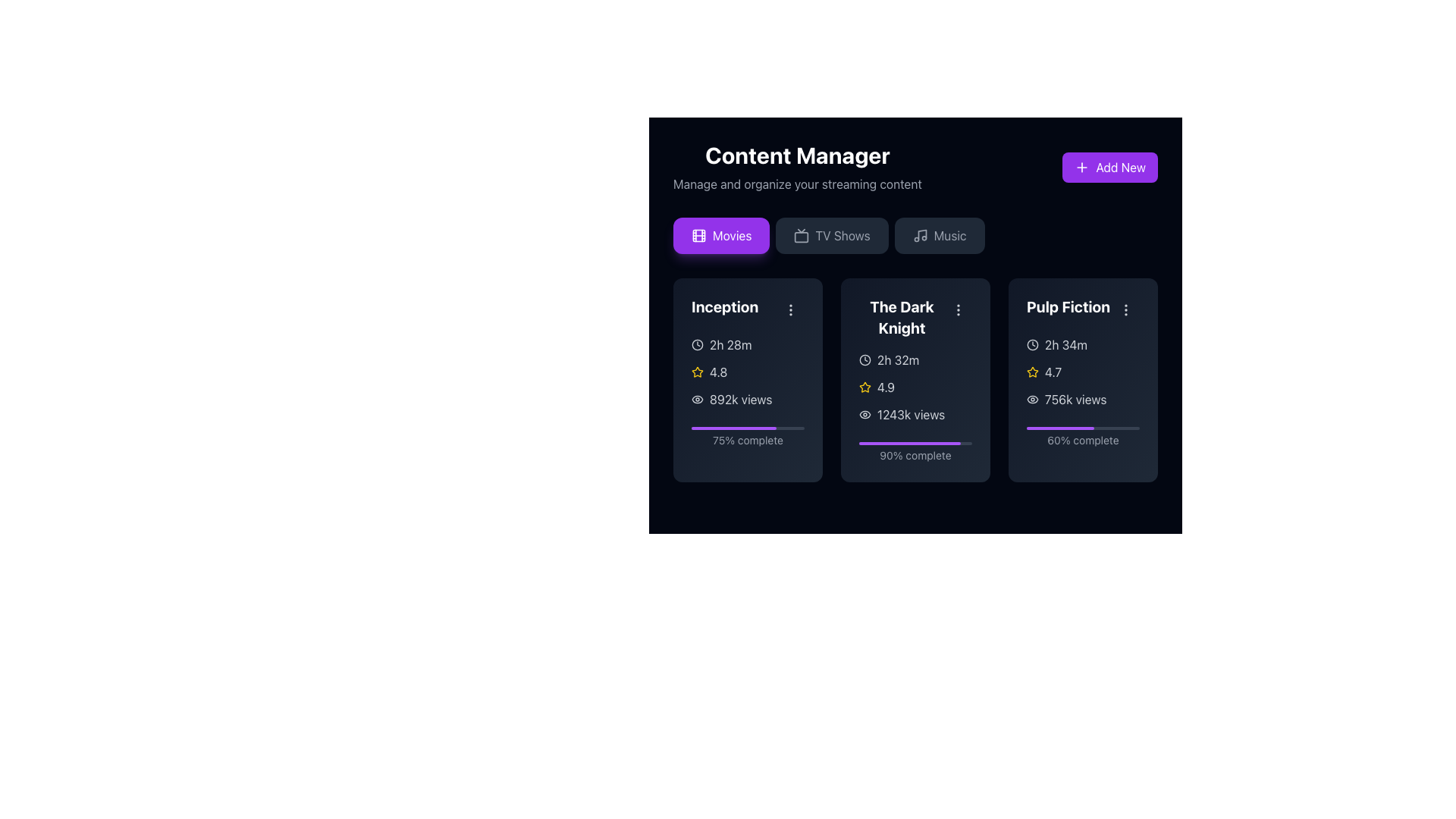 This screenshot has height=819, width=1456. Describe the element at coordinates (865, 359) in the screenshot. I see `the clock icon located at the top-left corner of the 'The Dark Knight' card, which features a circular outline and a clock hand pointing towards a specific time` at that location.